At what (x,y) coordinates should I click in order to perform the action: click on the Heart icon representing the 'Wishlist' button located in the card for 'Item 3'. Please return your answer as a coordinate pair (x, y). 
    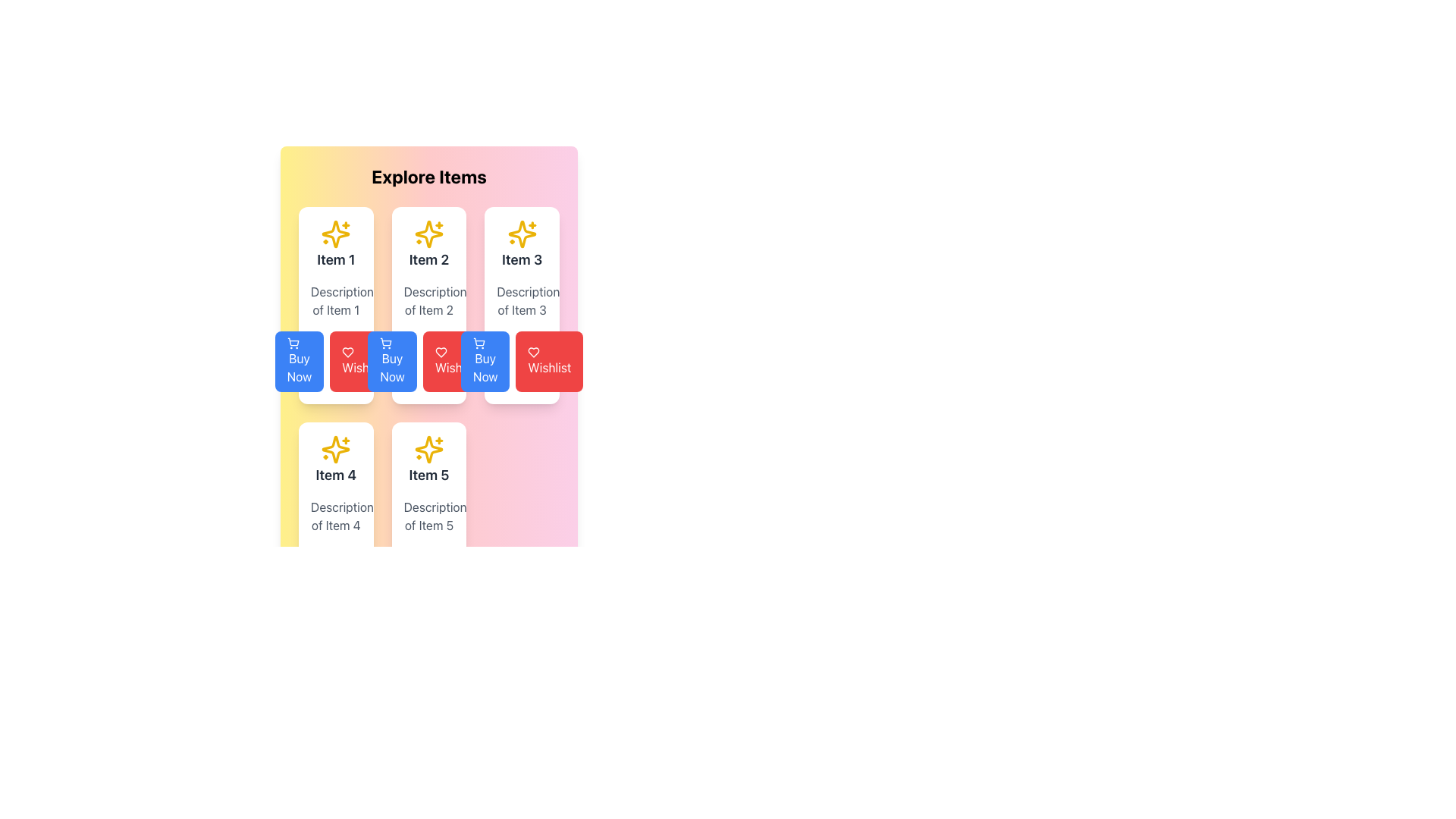
    Looking at the image, I should click on (440, 353).